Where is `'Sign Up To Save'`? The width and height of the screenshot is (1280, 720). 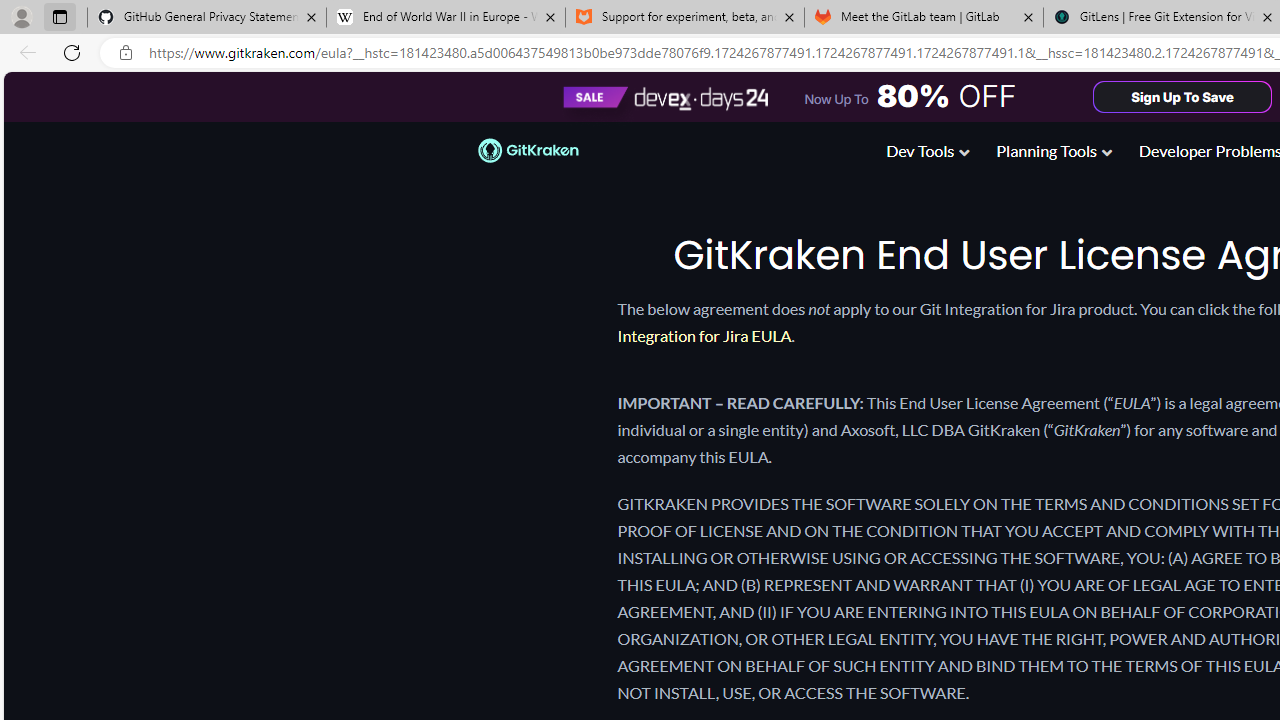
'Sign Up To Save' is located at coordinates (1183, 96).